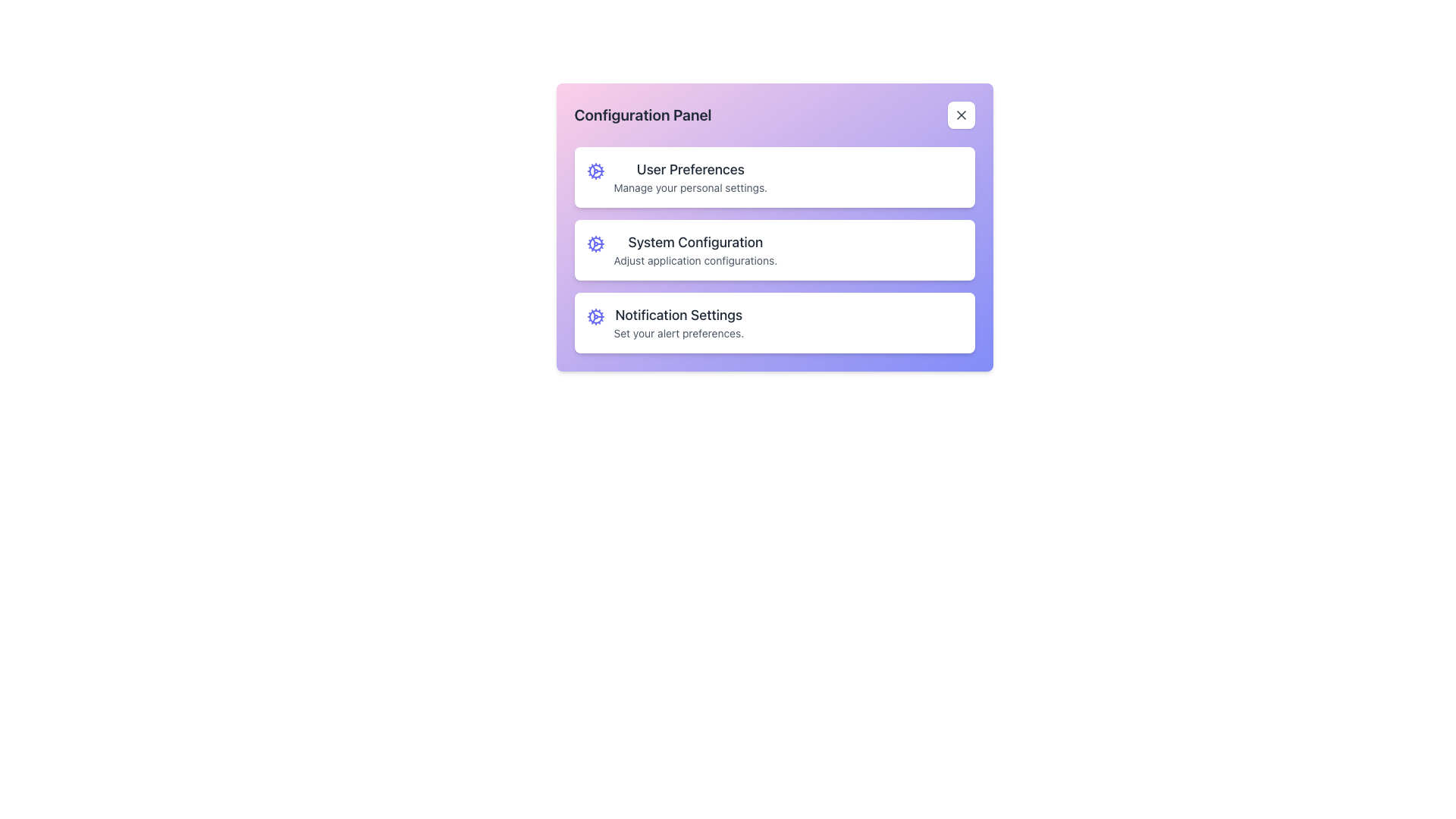 The height and width of the screenshot is (819, 1456). What do you see at coordinates (774, 249) in the screenshot?
I see `the second Informational Card in the Configuration Panel` at bounding box center [774, 249].